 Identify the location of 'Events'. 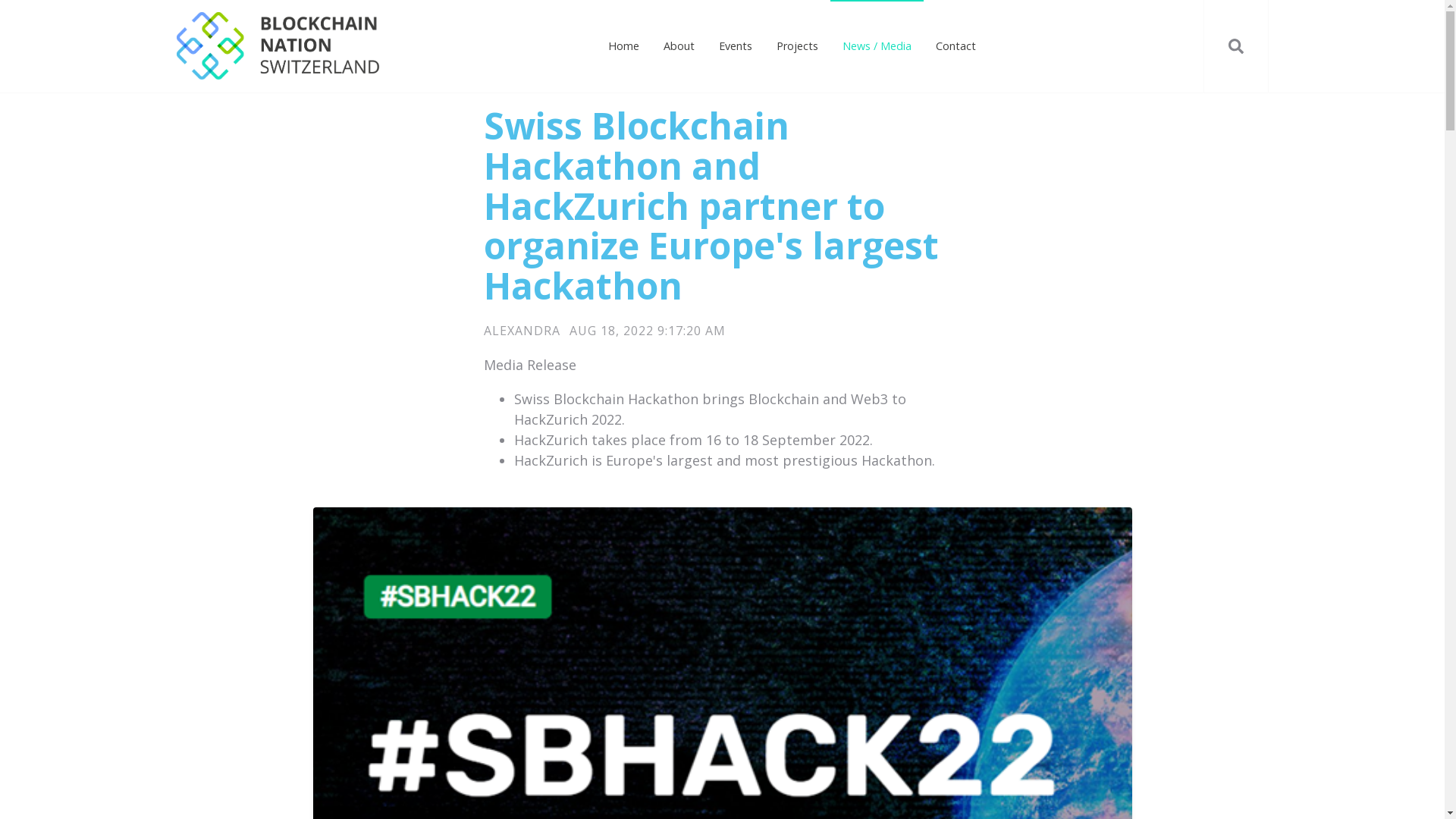
(735, 45).